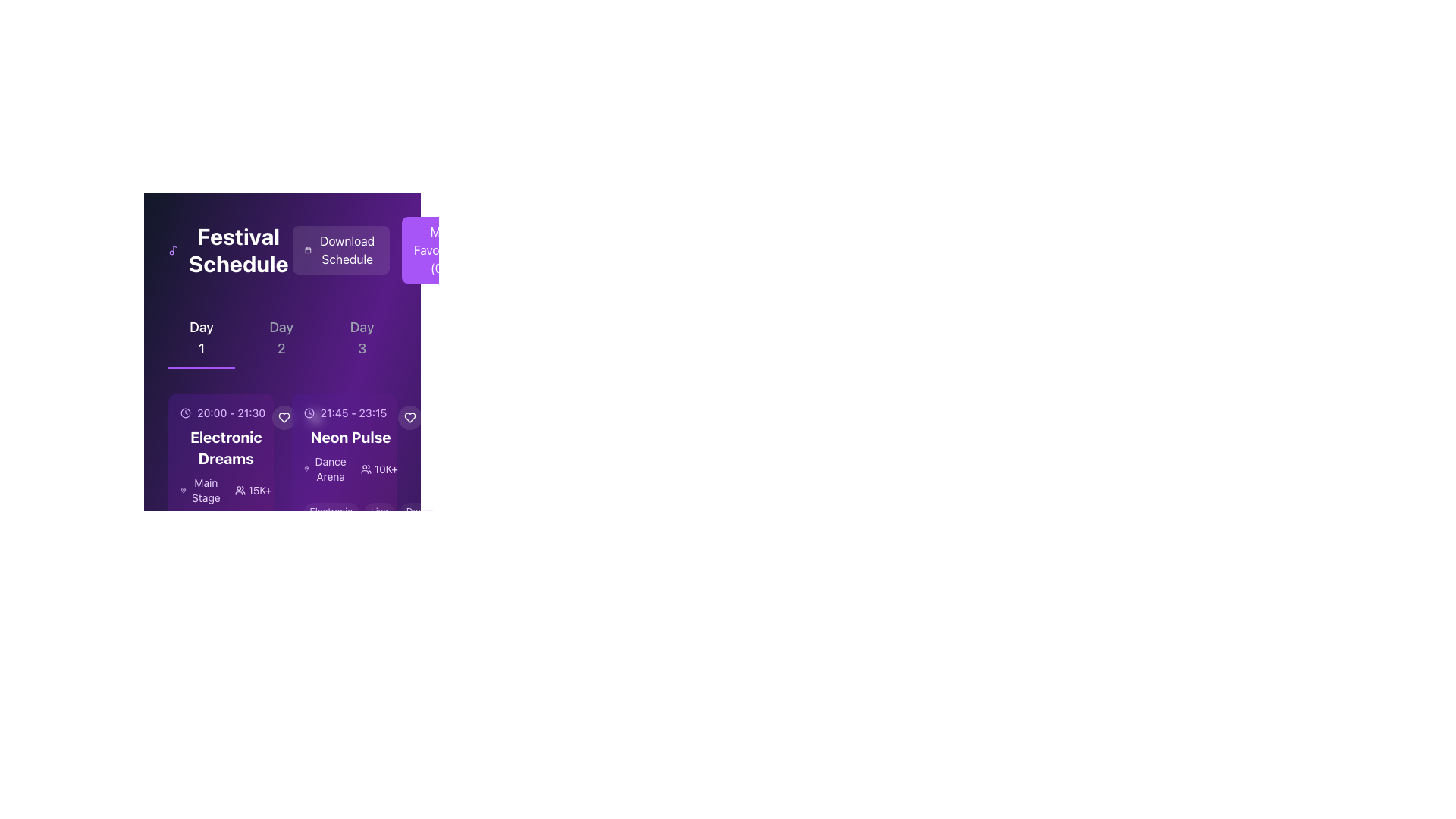  What do you see at coordinates (184, 413) in the screenshot?
I see `the time icon that visually represents scheduled timing, located to the left of the text '20:00 - 21:30' within the larger schedule interface` at bounding box center [184, 413].